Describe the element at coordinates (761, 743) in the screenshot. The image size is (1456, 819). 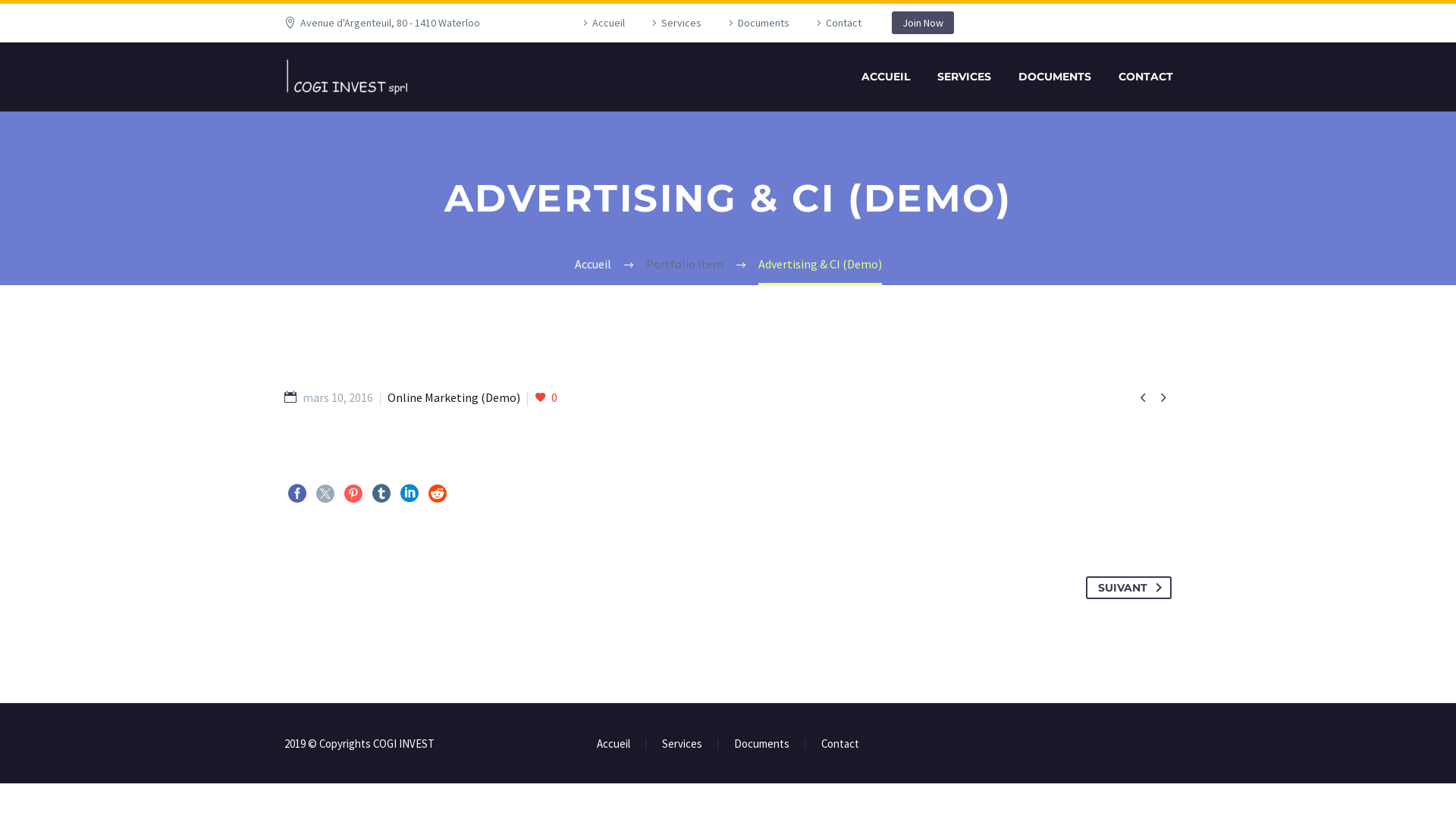
I see `'Documents'` at that location.